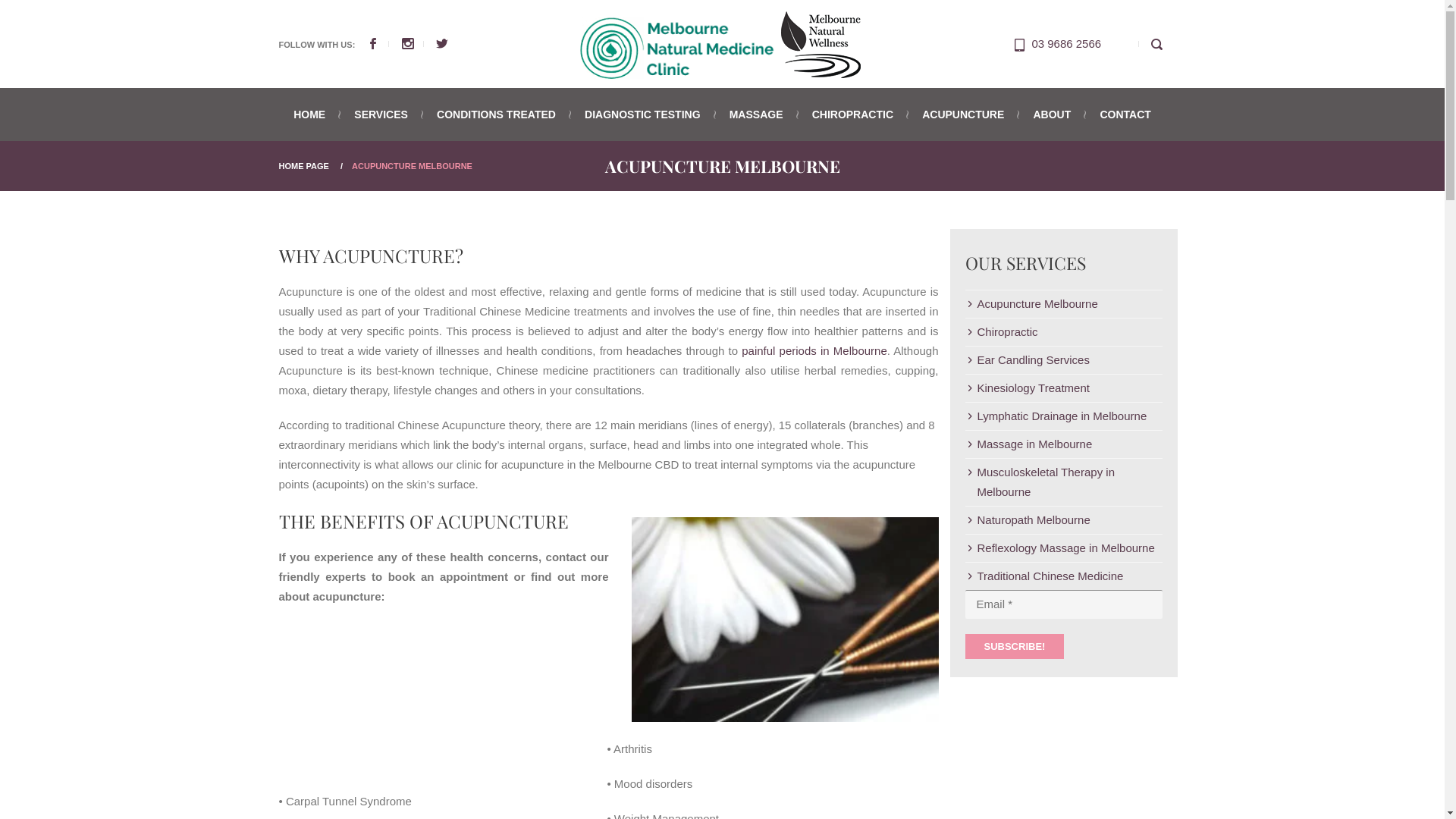 The image size is (1456, 819). What do you see at coordinates (1062, 604) in the screenshot?
I see `'Email'` at bounding box center [1062, 604].